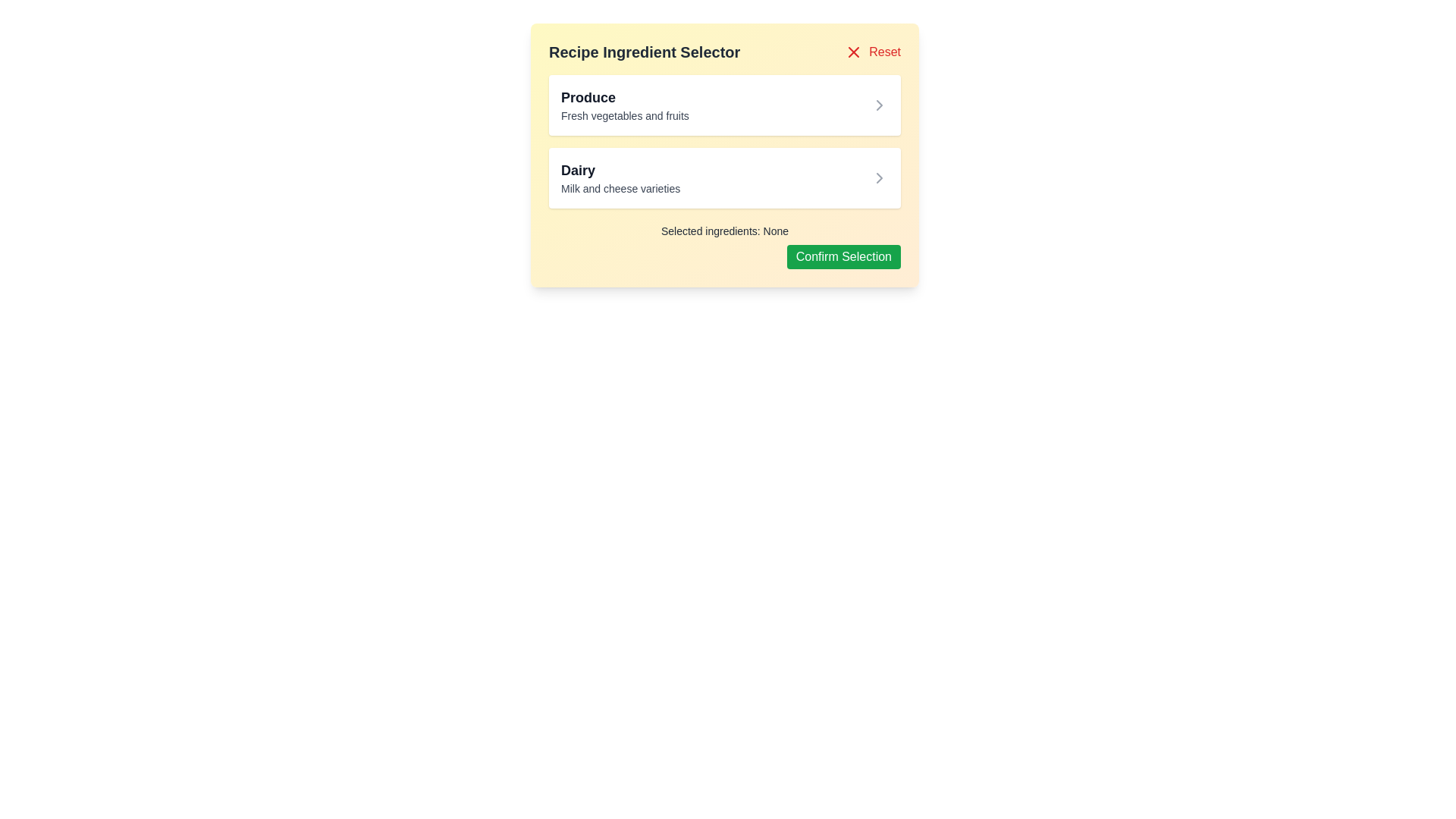  I want to click on the small rightward arrow icon with a gray outline located near the 'Dairy' section in the selection menu to potentially view tooltips, so click(880, 177).